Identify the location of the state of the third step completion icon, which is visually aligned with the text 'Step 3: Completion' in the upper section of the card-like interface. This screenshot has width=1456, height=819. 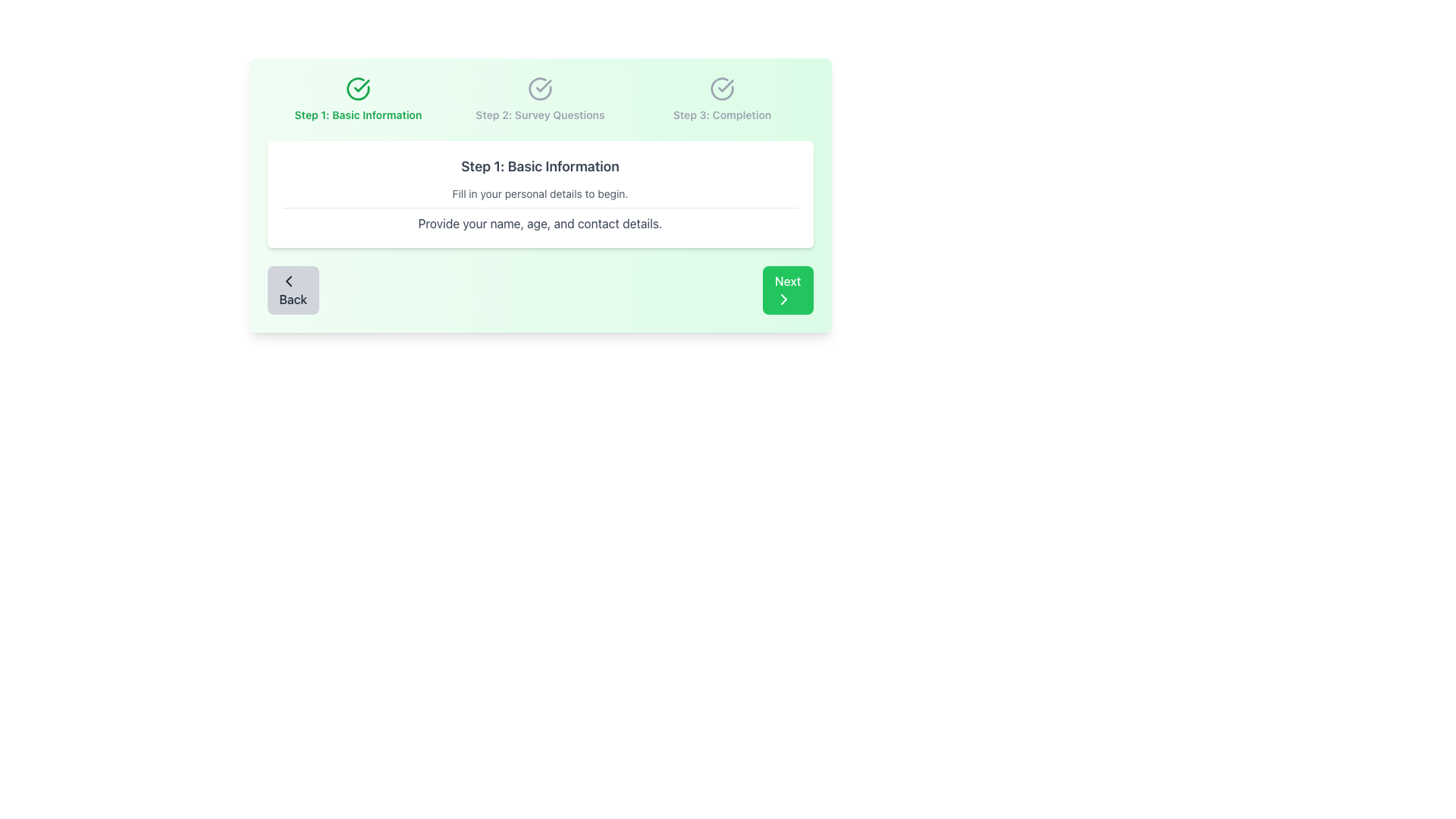
(721, 89).